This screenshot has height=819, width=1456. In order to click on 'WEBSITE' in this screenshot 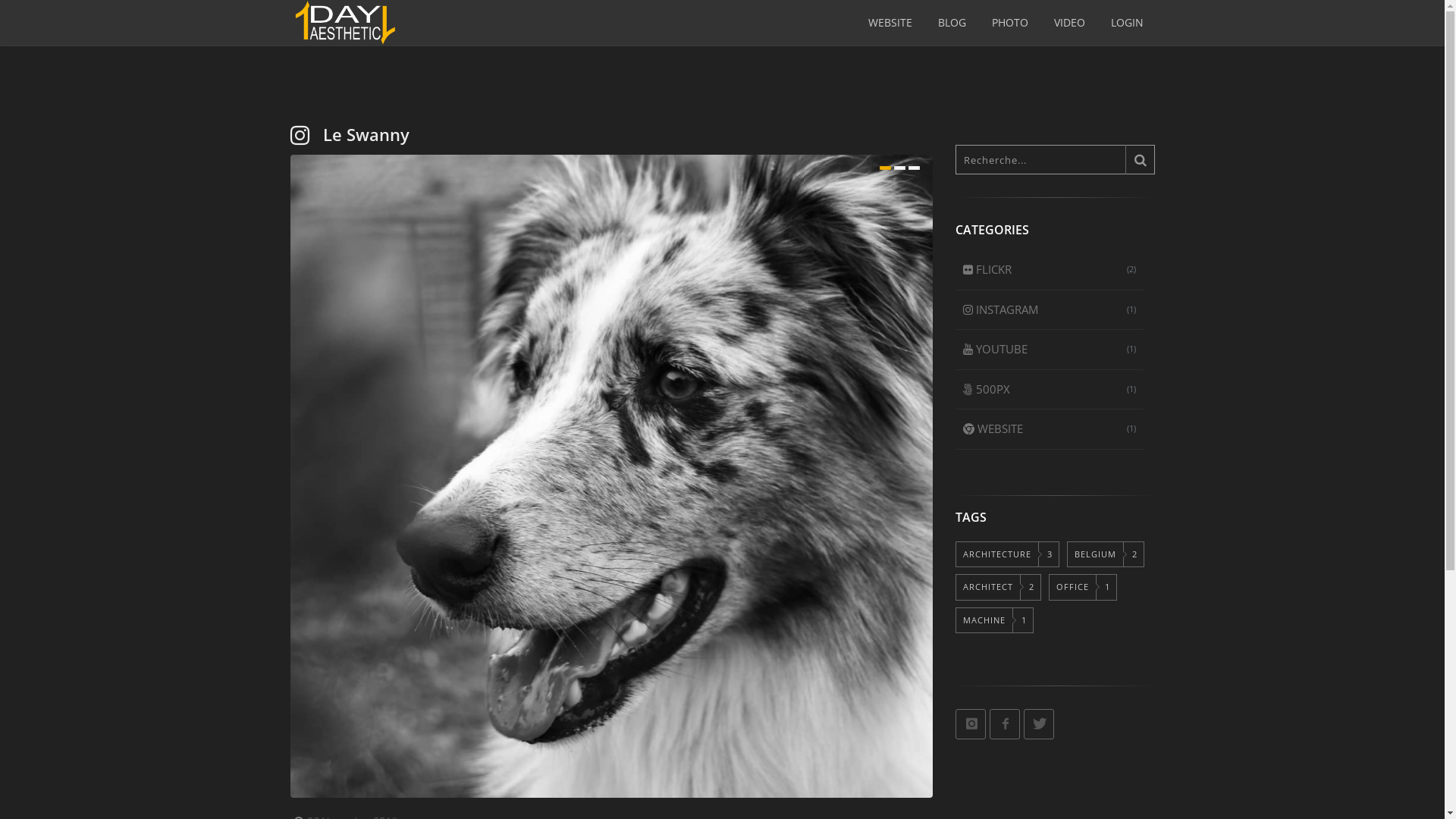, I will do `click(890, 23)`.